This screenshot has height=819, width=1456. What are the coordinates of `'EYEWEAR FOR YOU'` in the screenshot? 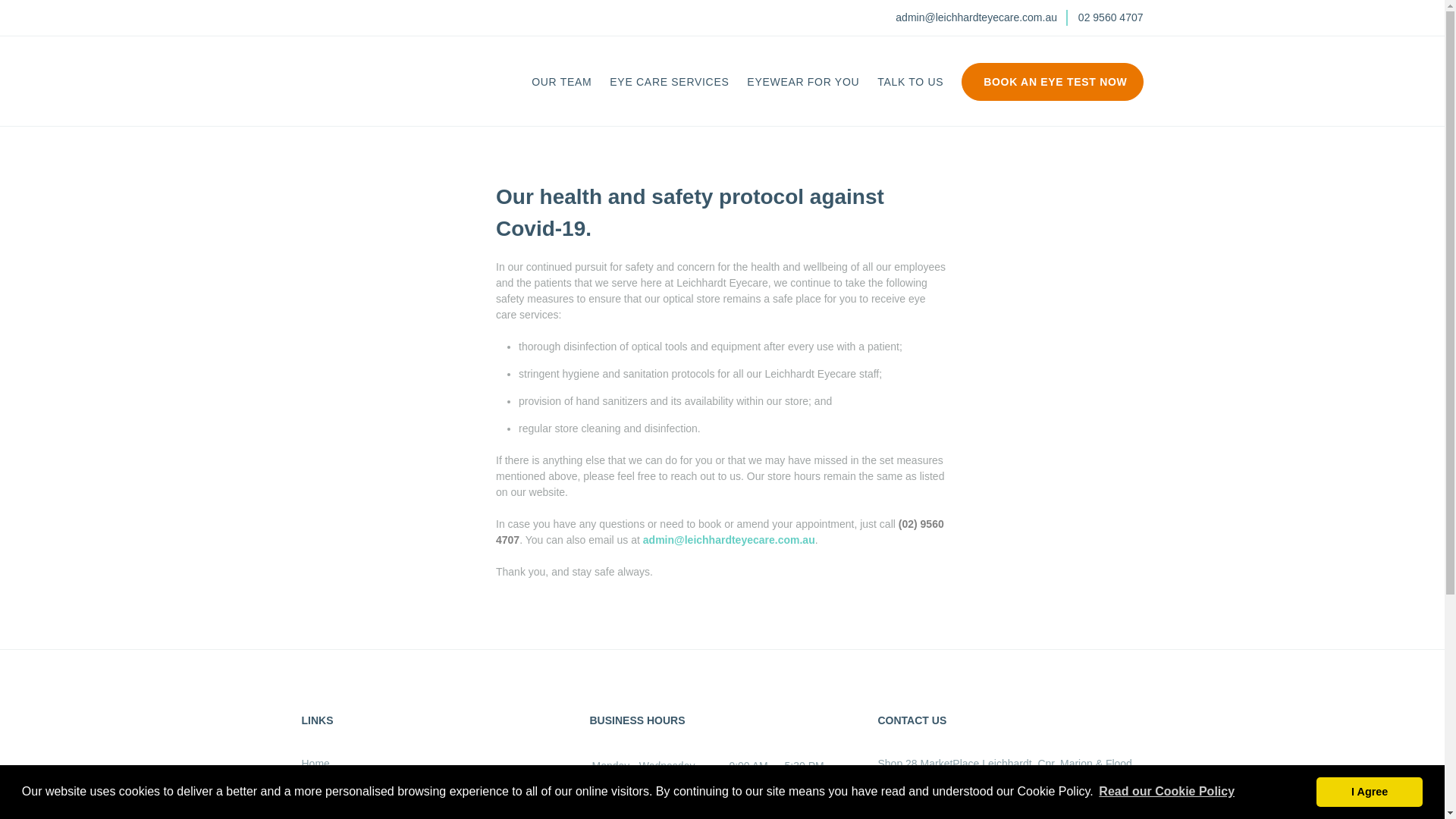 It's located at (746, 82).